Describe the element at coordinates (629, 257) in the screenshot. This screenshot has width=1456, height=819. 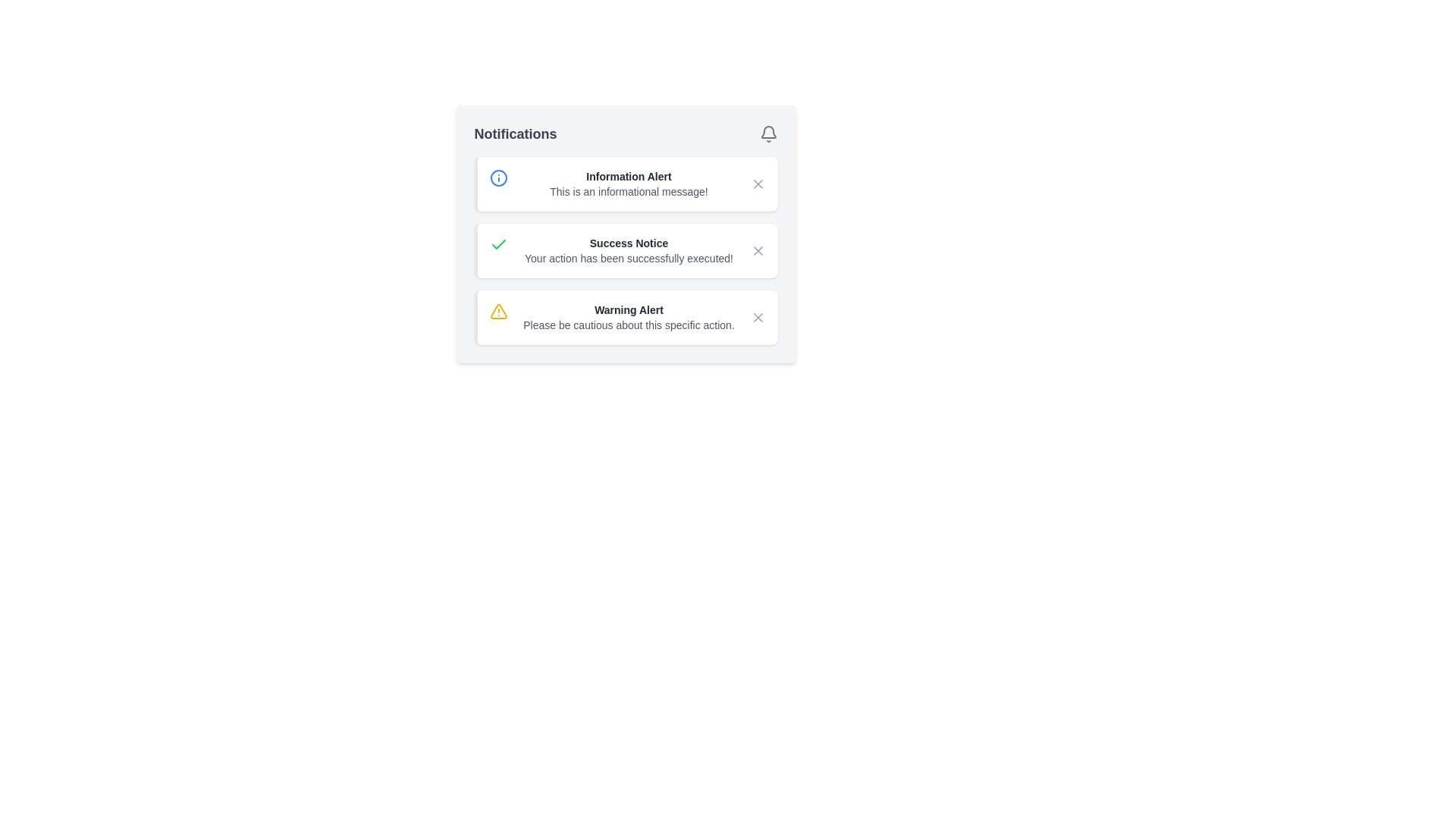
I see `feedback message located in the notification card titled 'Success Notice', which is centered below its title in the second notification card of a vertically stacked list of notifications` at that location.